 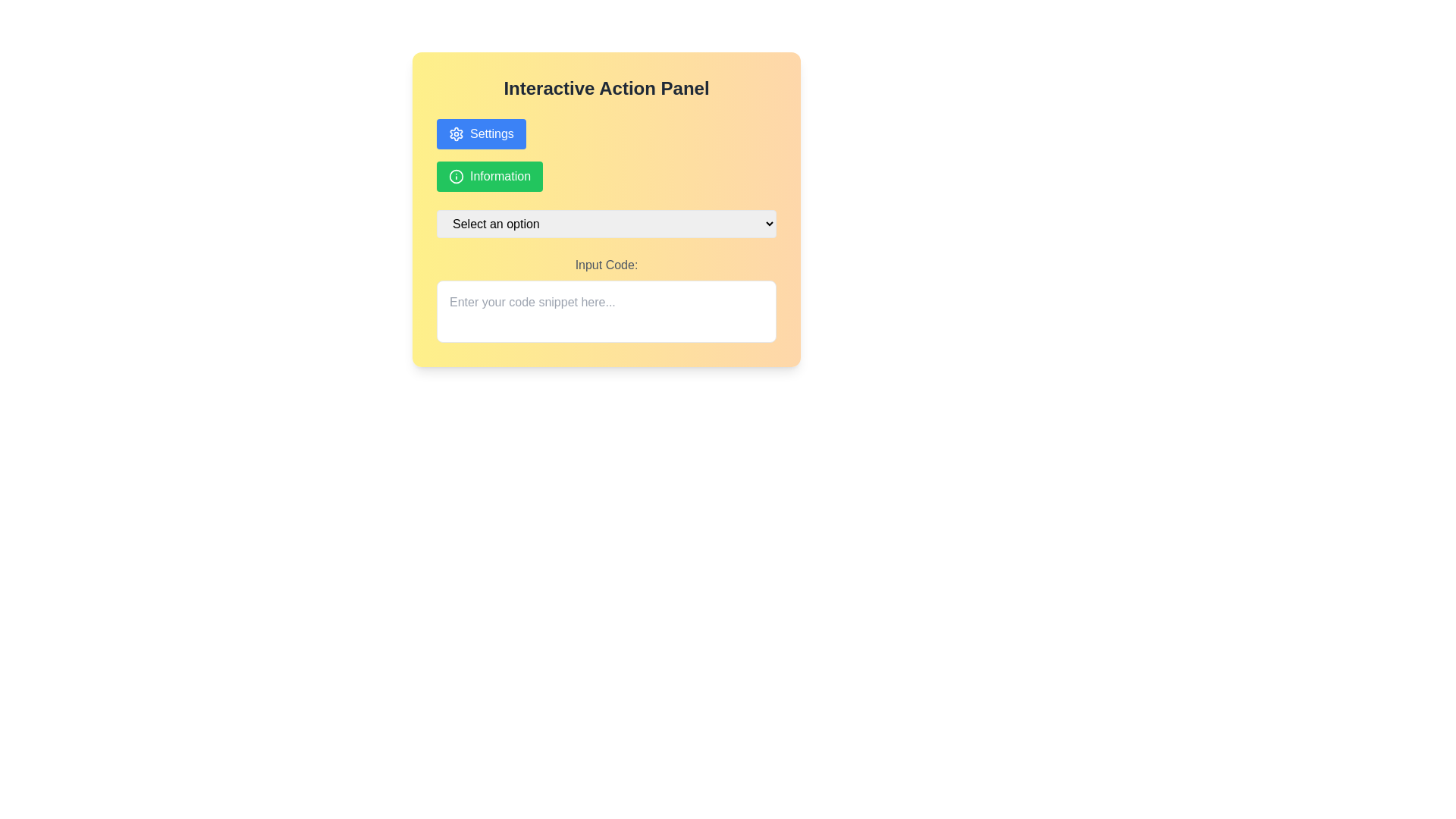 I want to click on the blue cogwheel-shaped icon inside the 'Settings' button, so click(x=455, y=133).